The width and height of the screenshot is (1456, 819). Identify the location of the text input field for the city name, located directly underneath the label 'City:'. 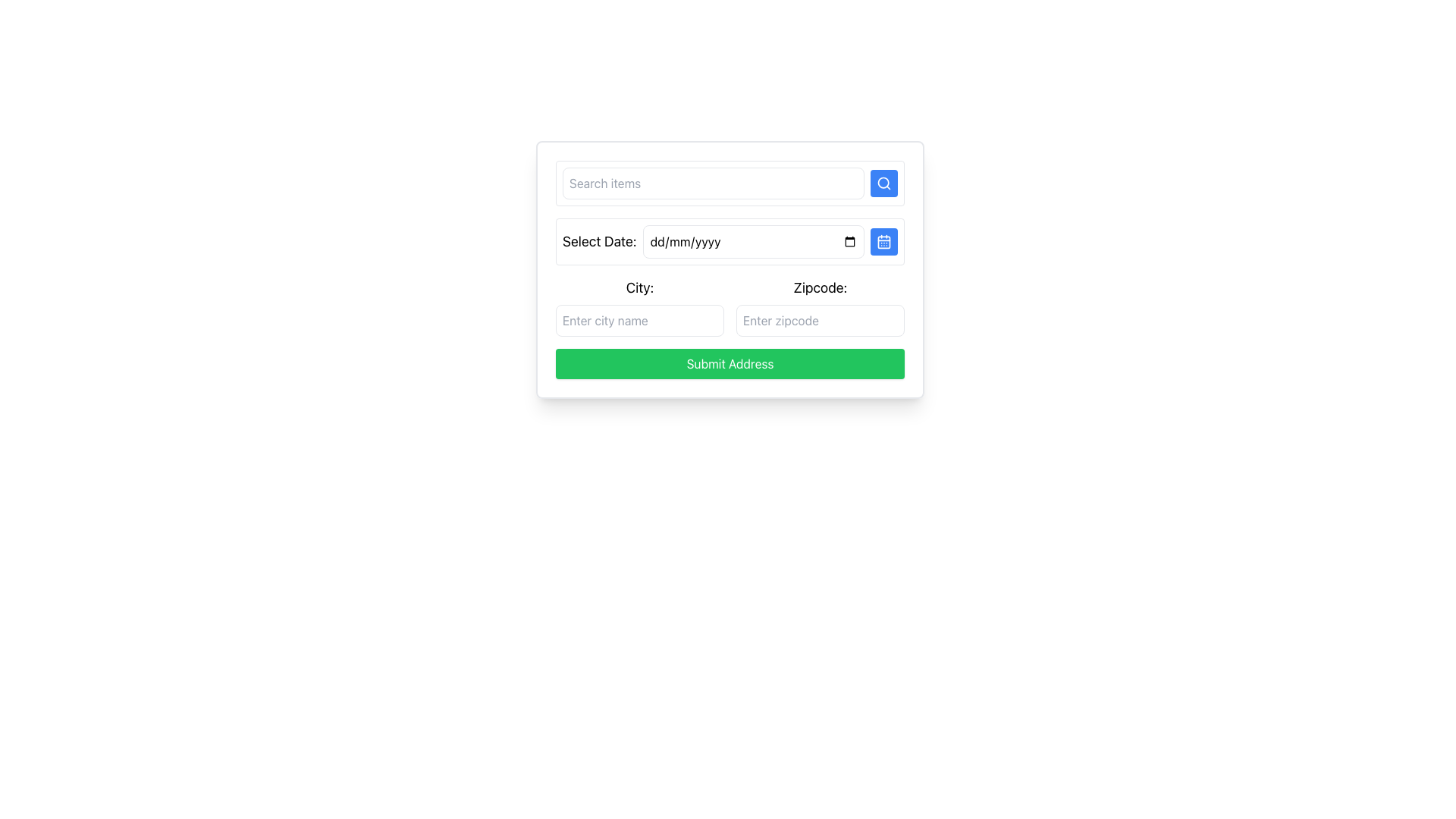
(640, 320).